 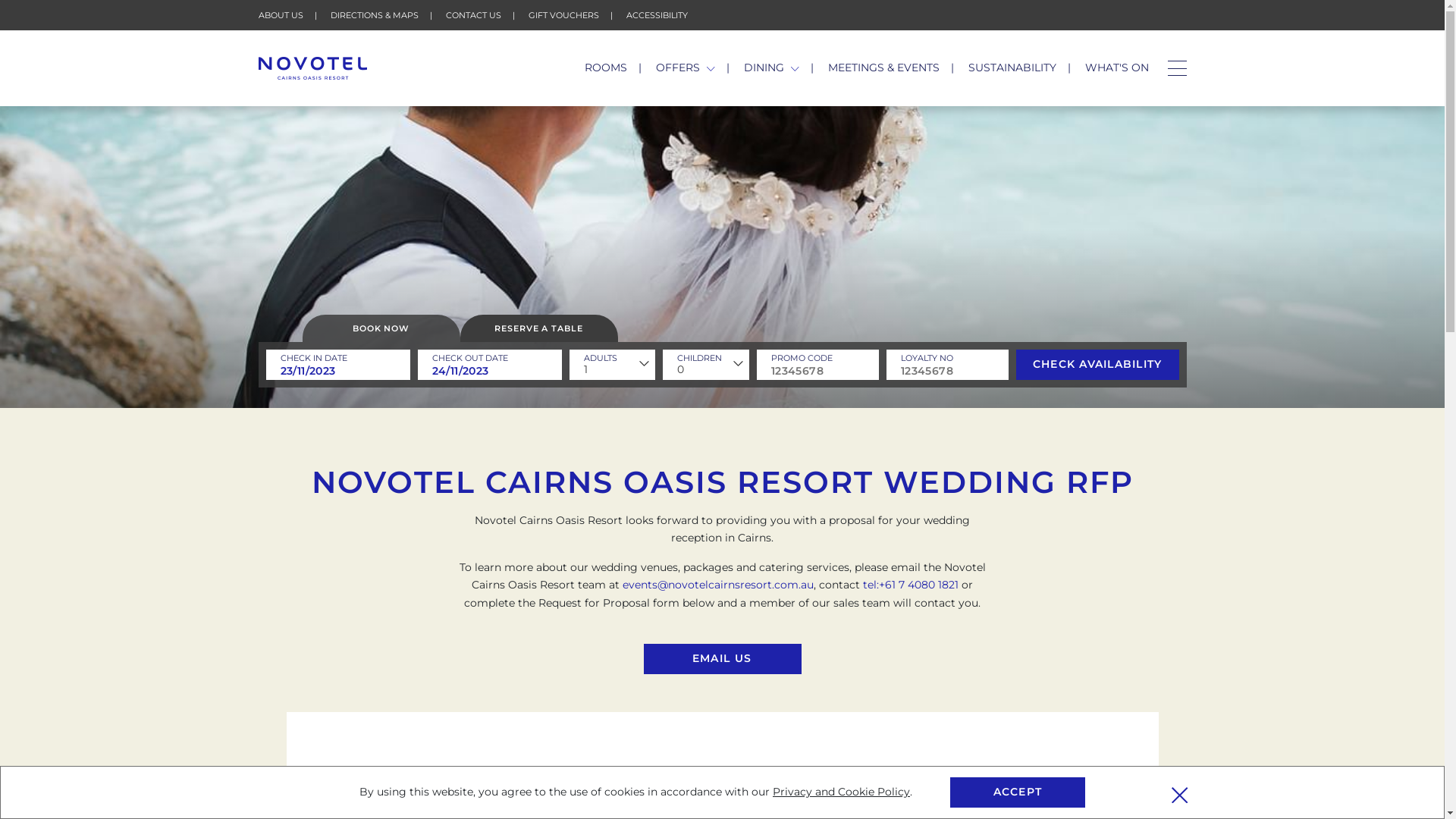 What do you see at coordinates (538, 327) in the screenshot?
I see `'RESERVE A TABLE'` at bounding box center [538, 327].